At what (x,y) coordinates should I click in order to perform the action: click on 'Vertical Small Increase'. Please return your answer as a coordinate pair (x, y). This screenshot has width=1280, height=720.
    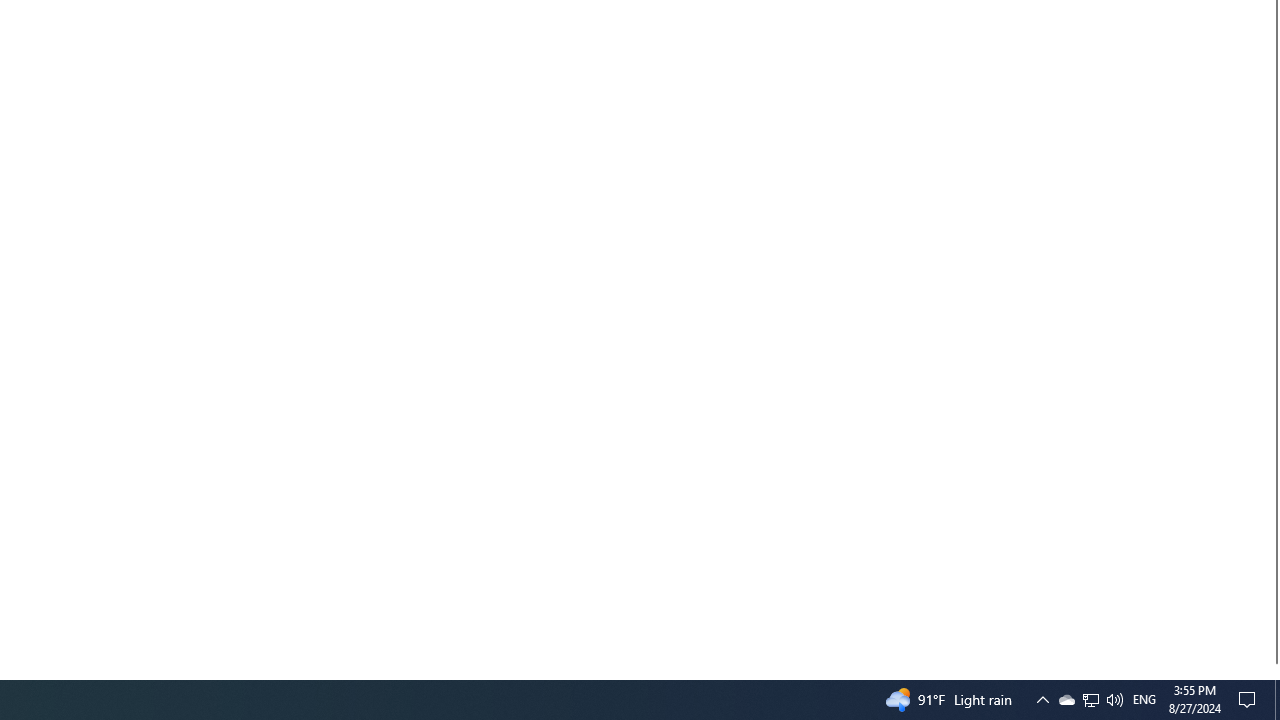
    Looking at the image, I should click on (1271, 671).